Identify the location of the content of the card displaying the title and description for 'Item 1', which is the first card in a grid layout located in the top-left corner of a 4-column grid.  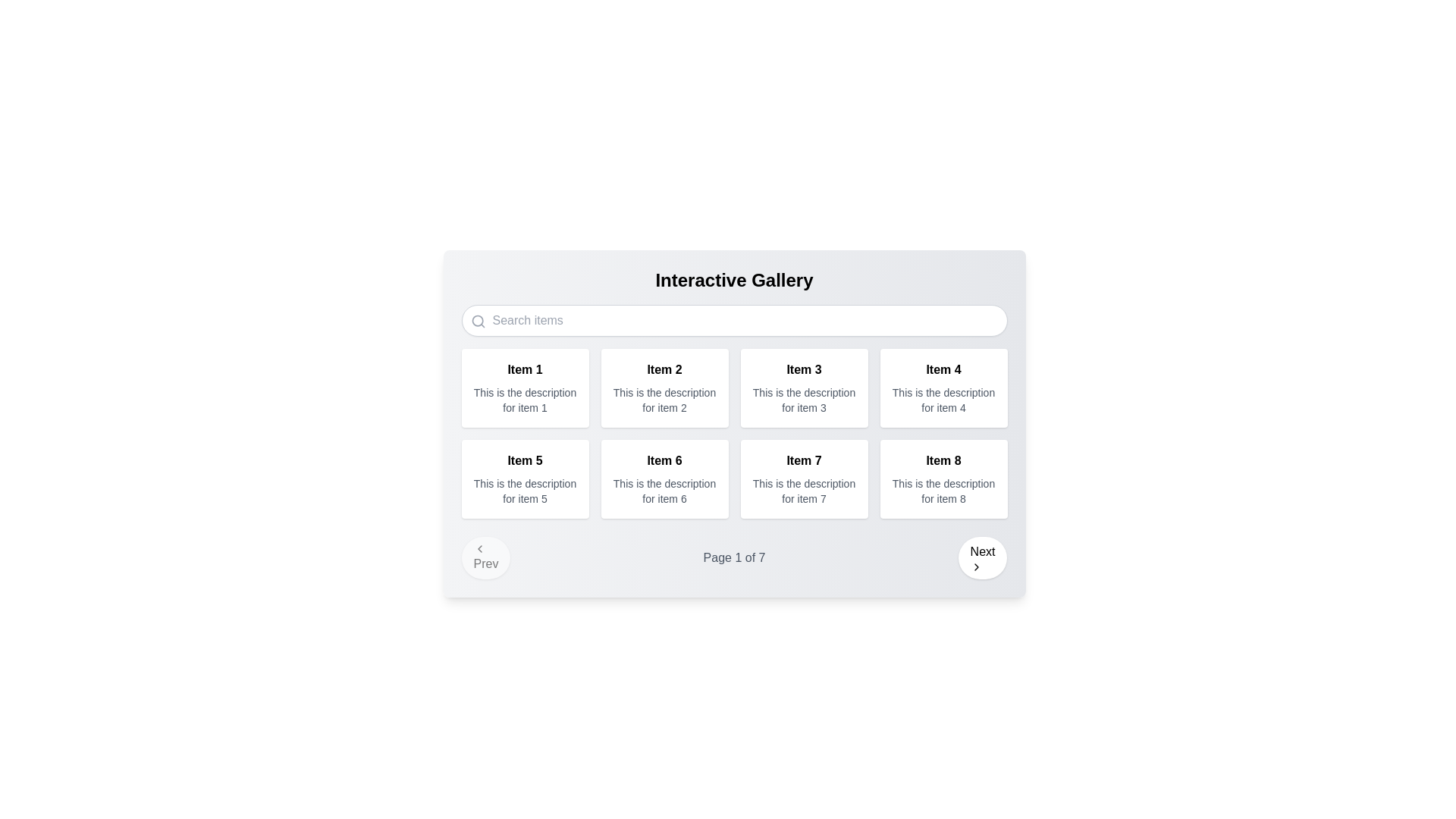
(525, 388).